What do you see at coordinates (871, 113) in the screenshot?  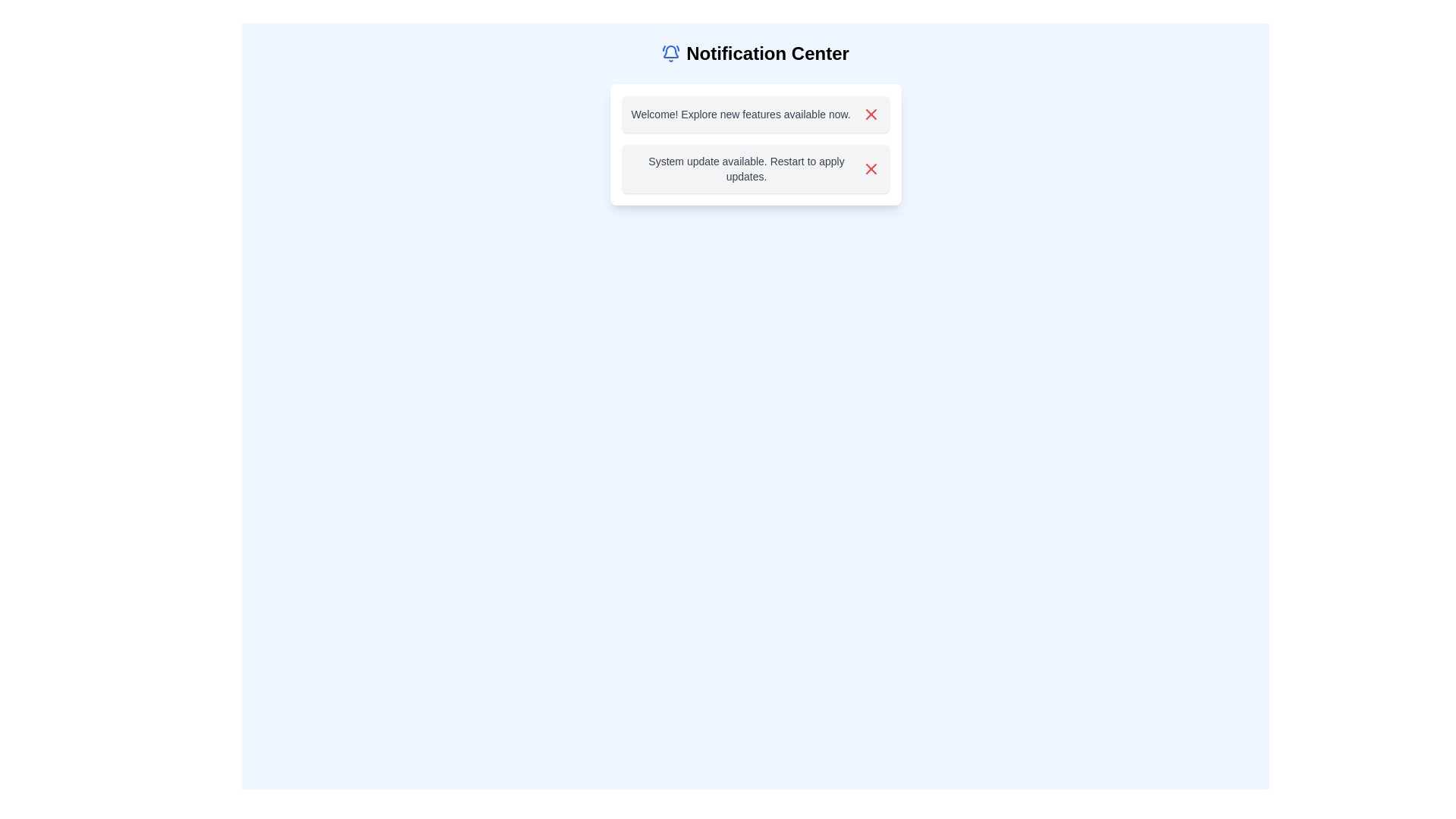 I see `the dismiss icon button located at the end of the first notification message in the notification center` at bounding box center [871, 113].